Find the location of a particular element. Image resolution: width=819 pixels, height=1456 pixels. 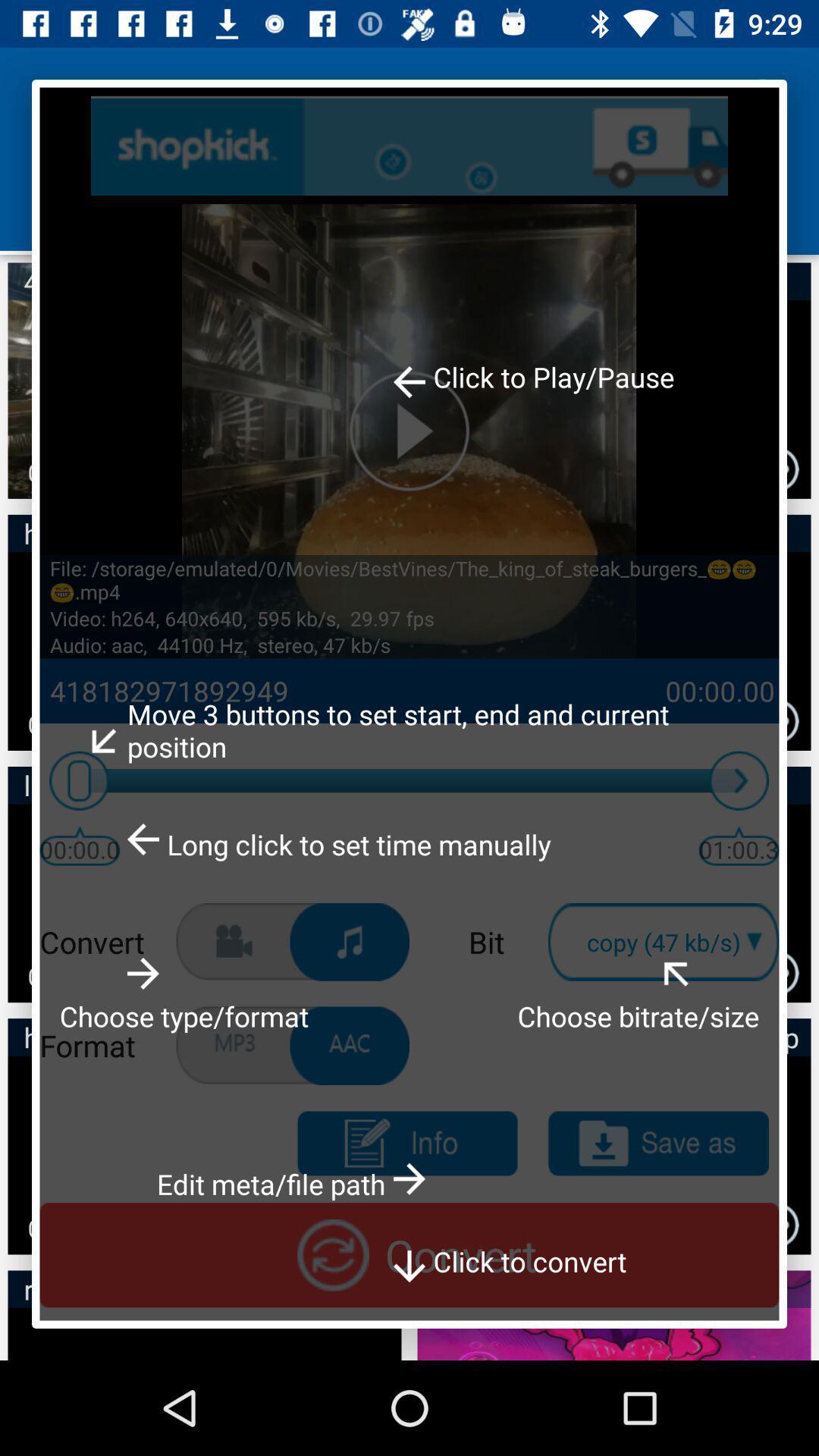

get information is located at coordinates (406, 1144).